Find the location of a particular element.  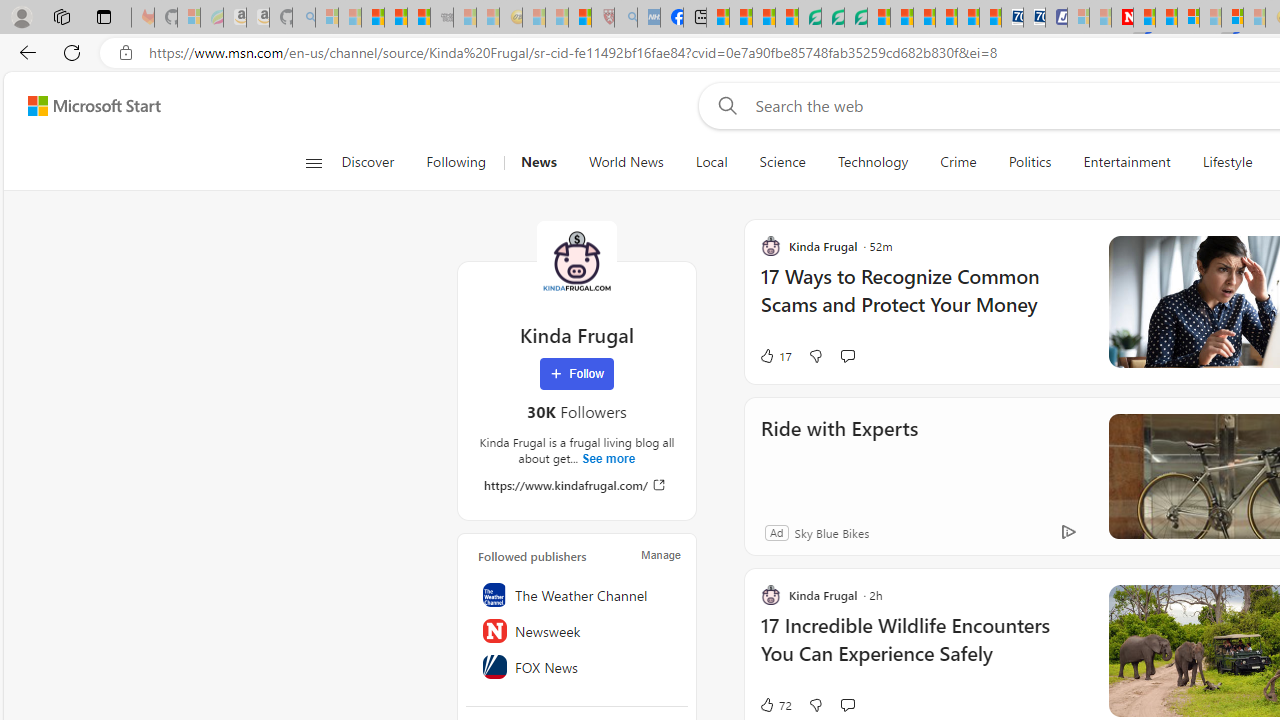

'Sky Blue Bikes' is located at coordinates (831, 531).